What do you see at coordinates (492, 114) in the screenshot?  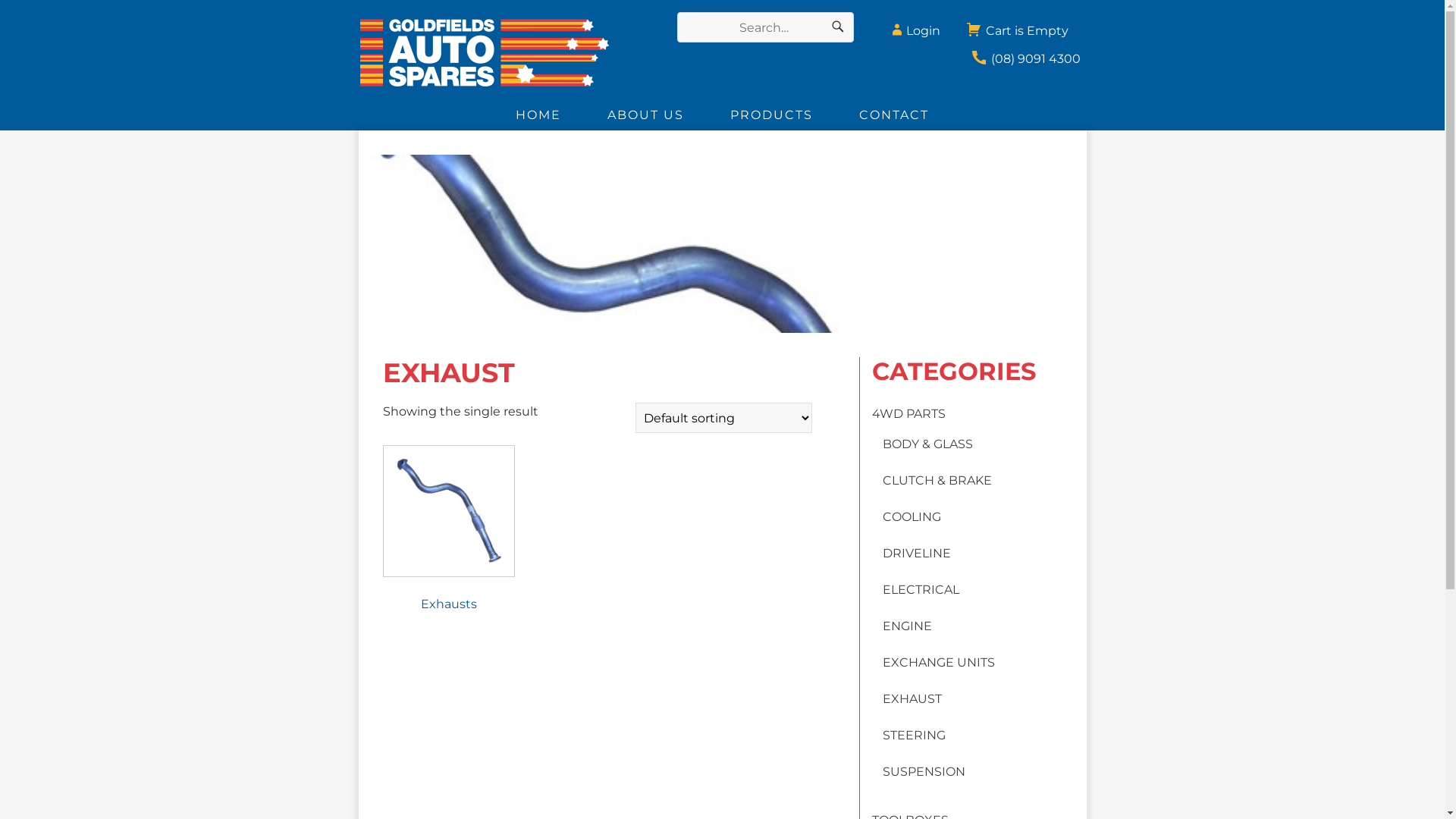 I see `'HOME'` at bounding box center [492, 114].